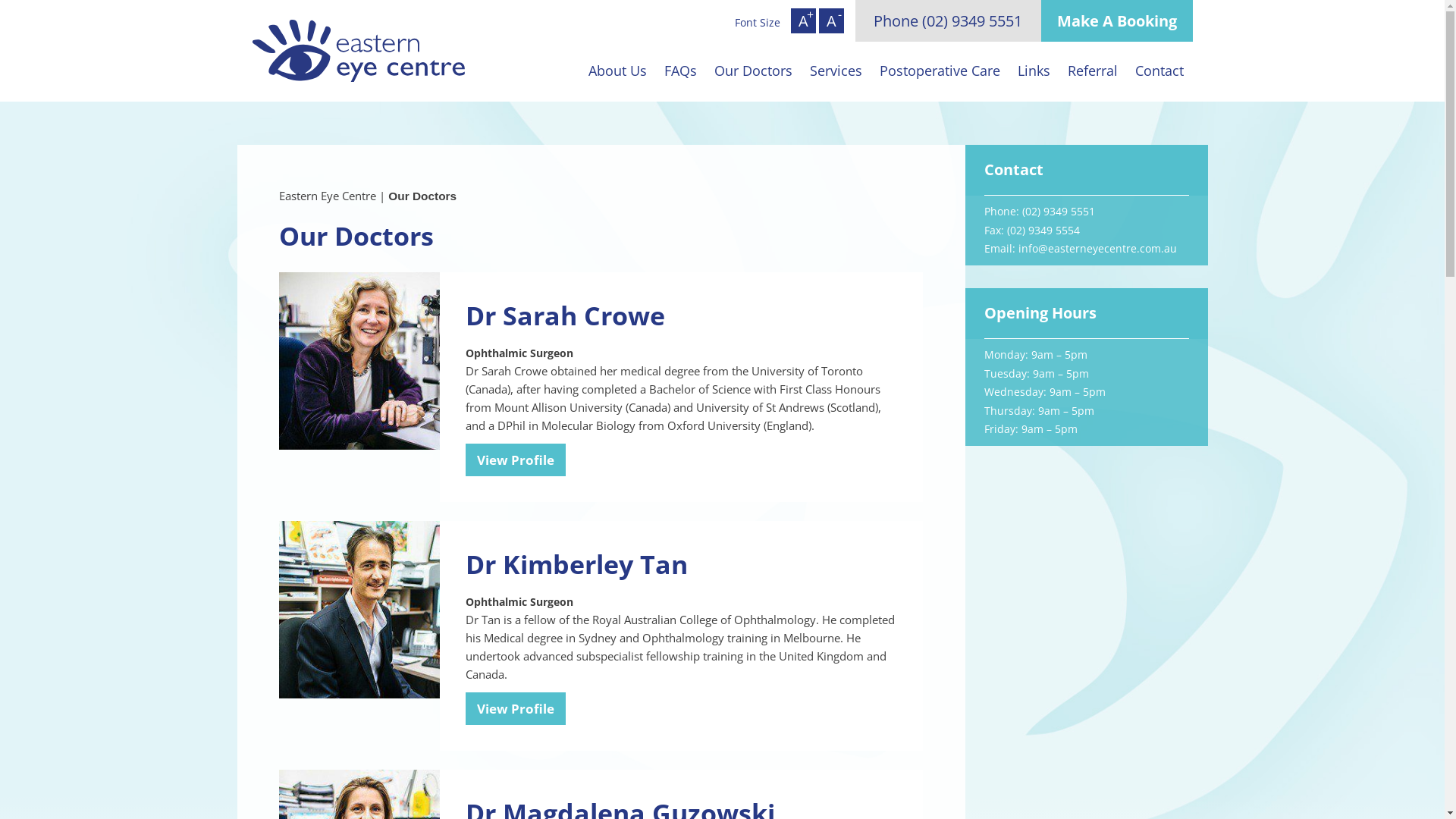 This screenshot has width=1456, height=819. Describe the element at coordinates (1033, 70) in the screenshot. I see `'Links'` at that location.